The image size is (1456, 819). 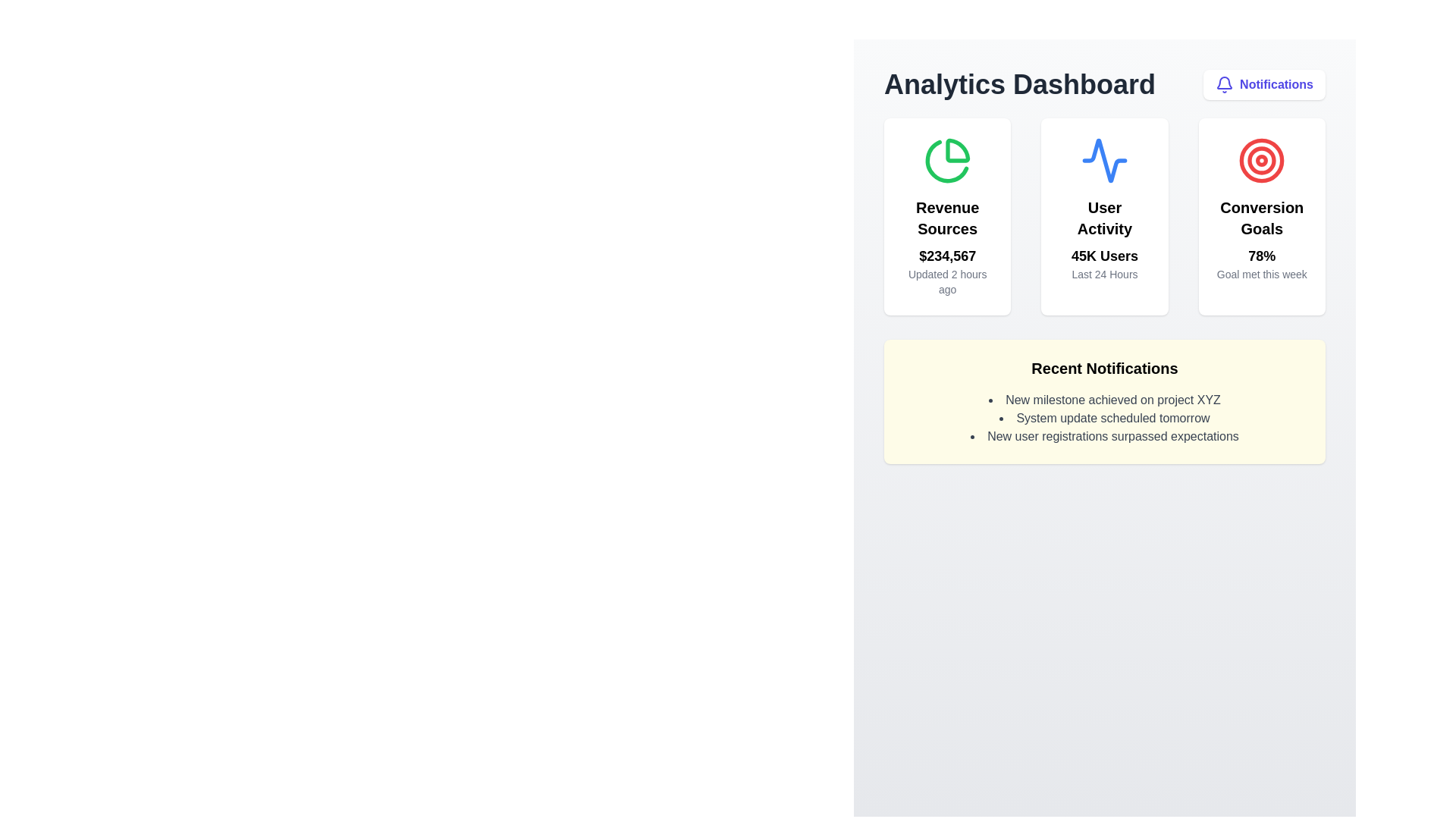 What do you see at coordinates (946, 256) in the screenshot?
I see `the bold text displaying the amount '$234,567' located in the 'Revenue Sources' section, positioned between 'Revenue Sources' and 'Updated 2 hours ago'` at bounding box center [946, 256].